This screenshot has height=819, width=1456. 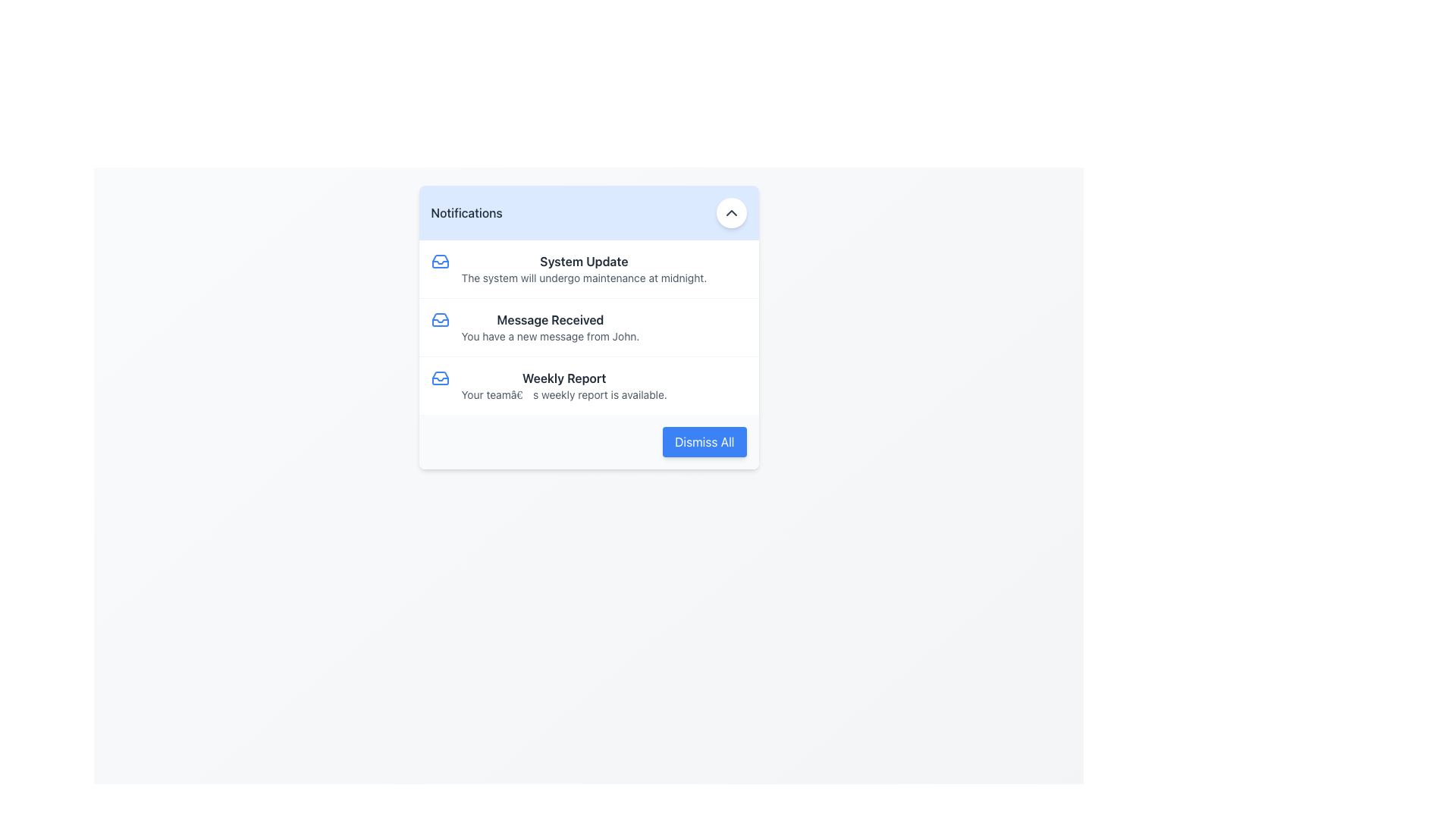 What do you see at coordinates (588, 327) in the screenshot?
I see `the second notification in the list that informs the user about a new message from John` at bounding box center [588, 327].